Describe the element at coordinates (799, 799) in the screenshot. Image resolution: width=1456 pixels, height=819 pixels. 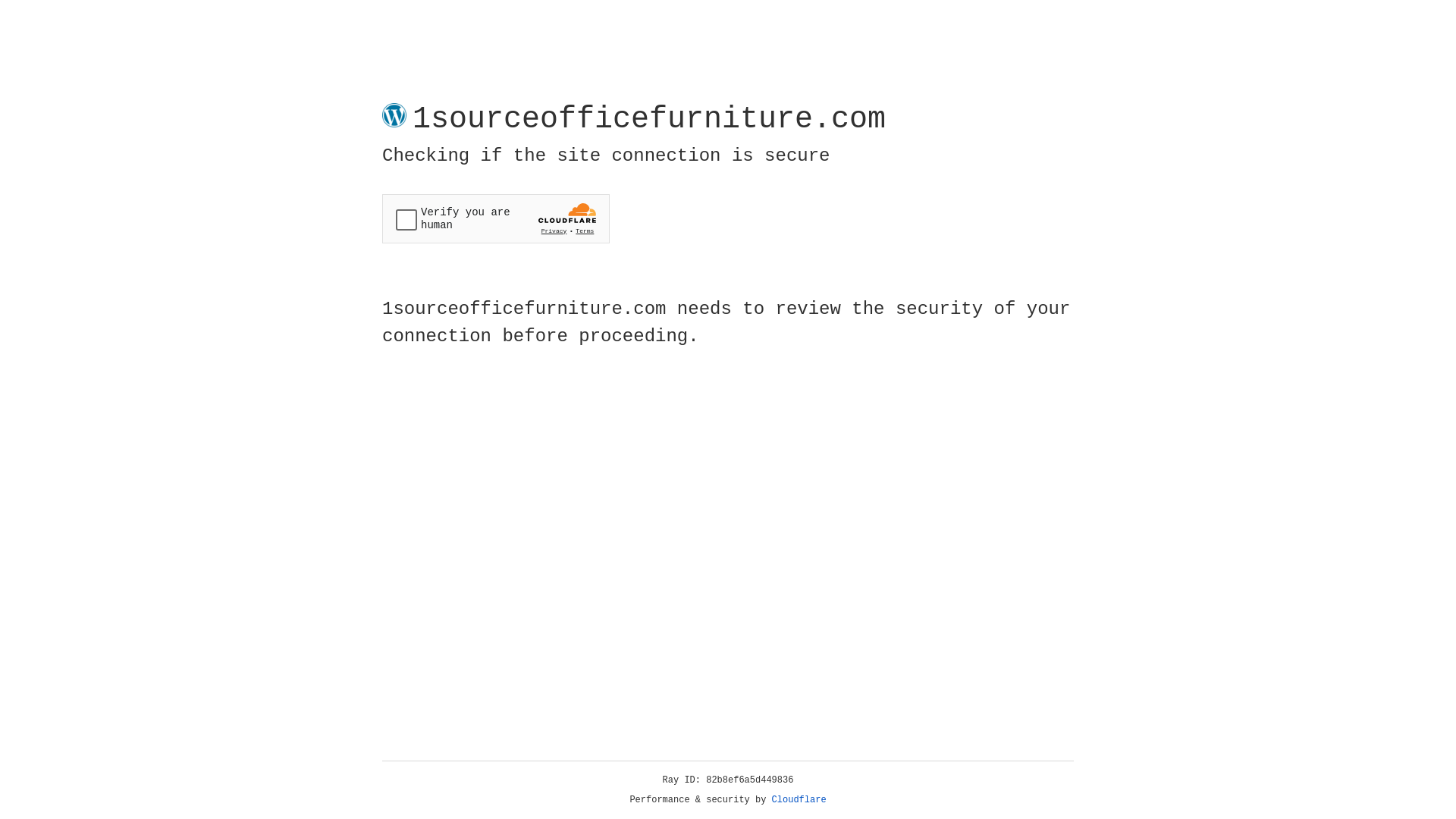
I see `'Cloudflare'` at that location.